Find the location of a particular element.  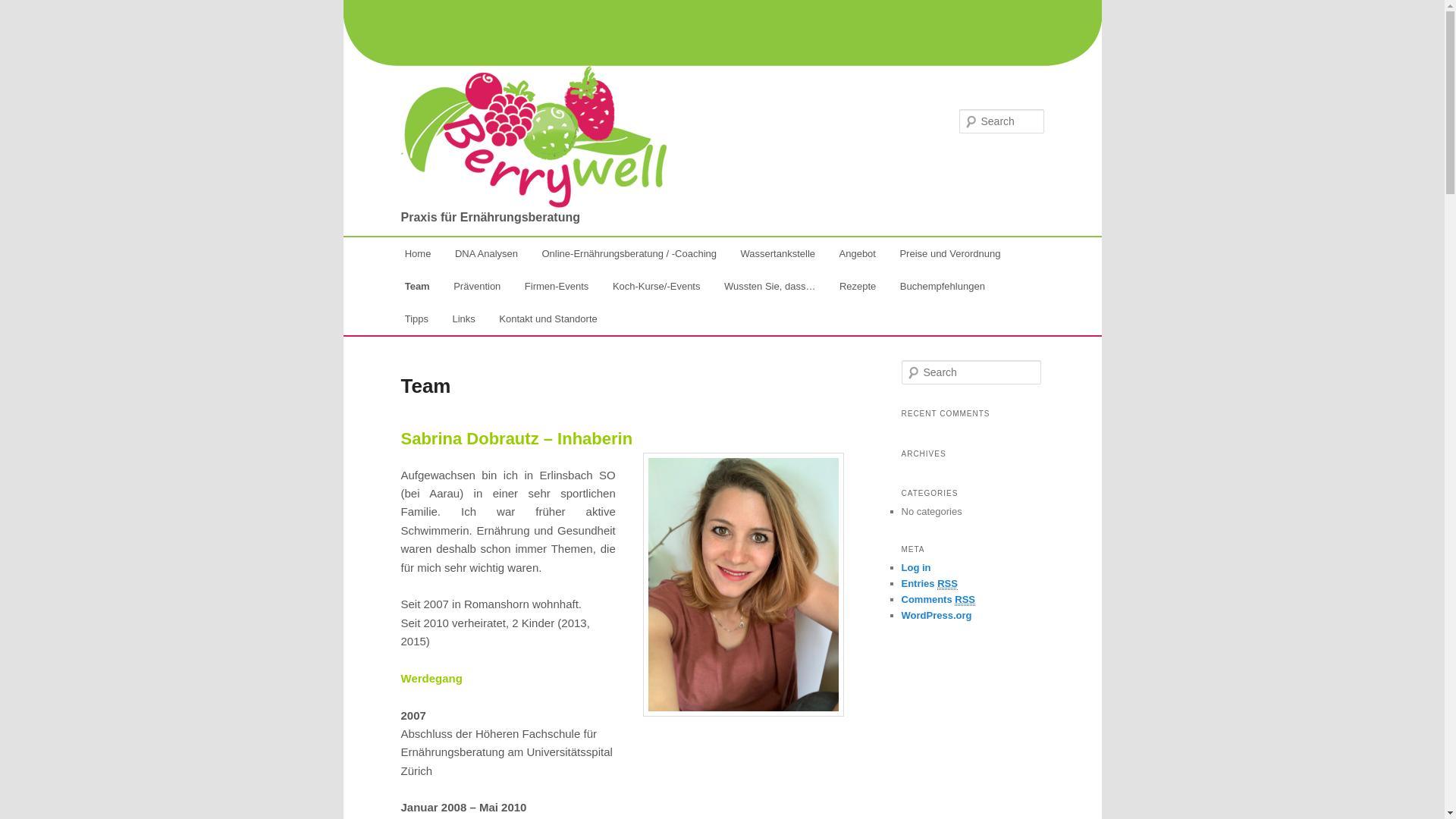

'Search' is located at coordinates (0, 11).